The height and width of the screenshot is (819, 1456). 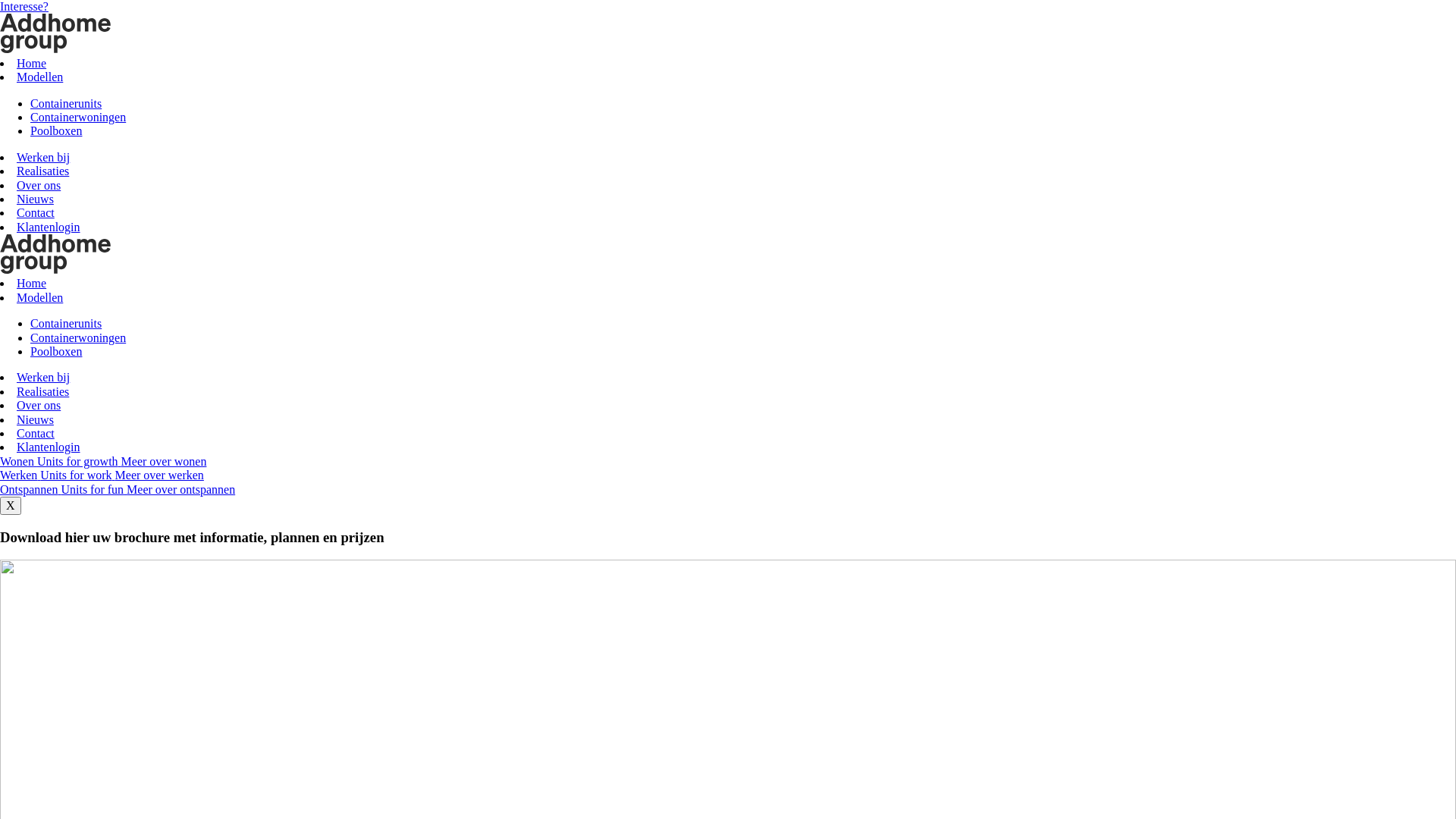 I want to click on 'Ontspannen Units for fun Meer over ontspannen', so click(x=116, y=489).